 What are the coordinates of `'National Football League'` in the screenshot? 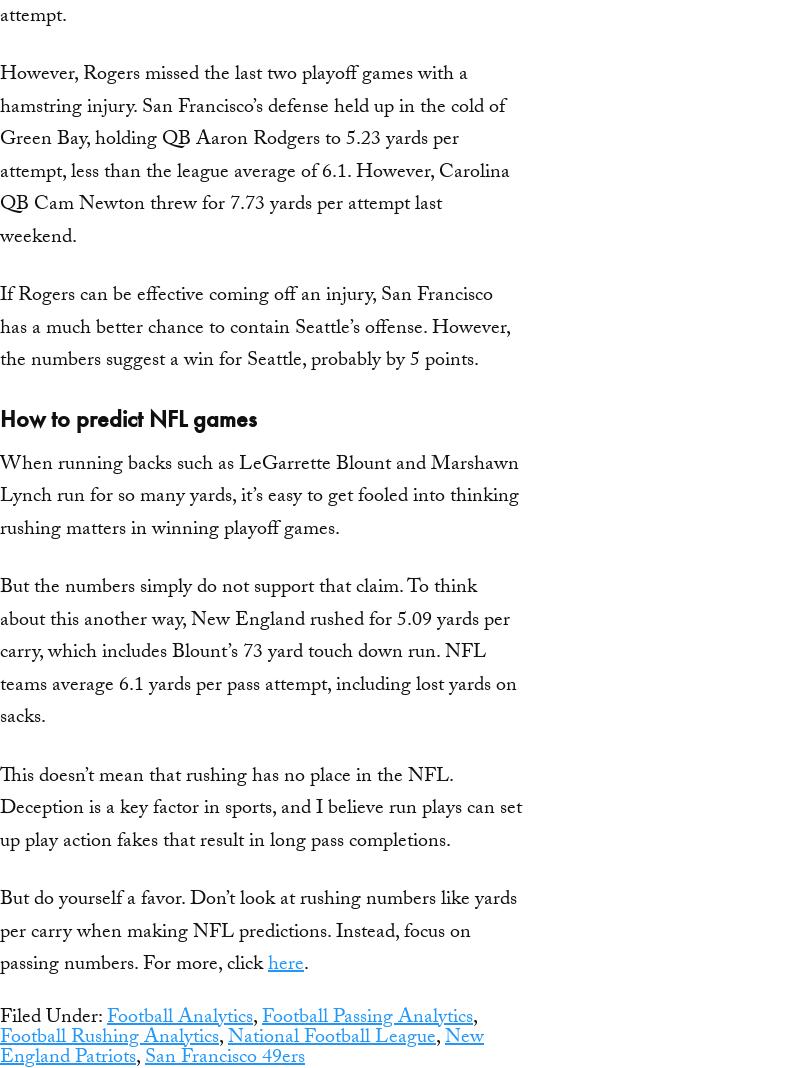 It's located at (331, 1037).